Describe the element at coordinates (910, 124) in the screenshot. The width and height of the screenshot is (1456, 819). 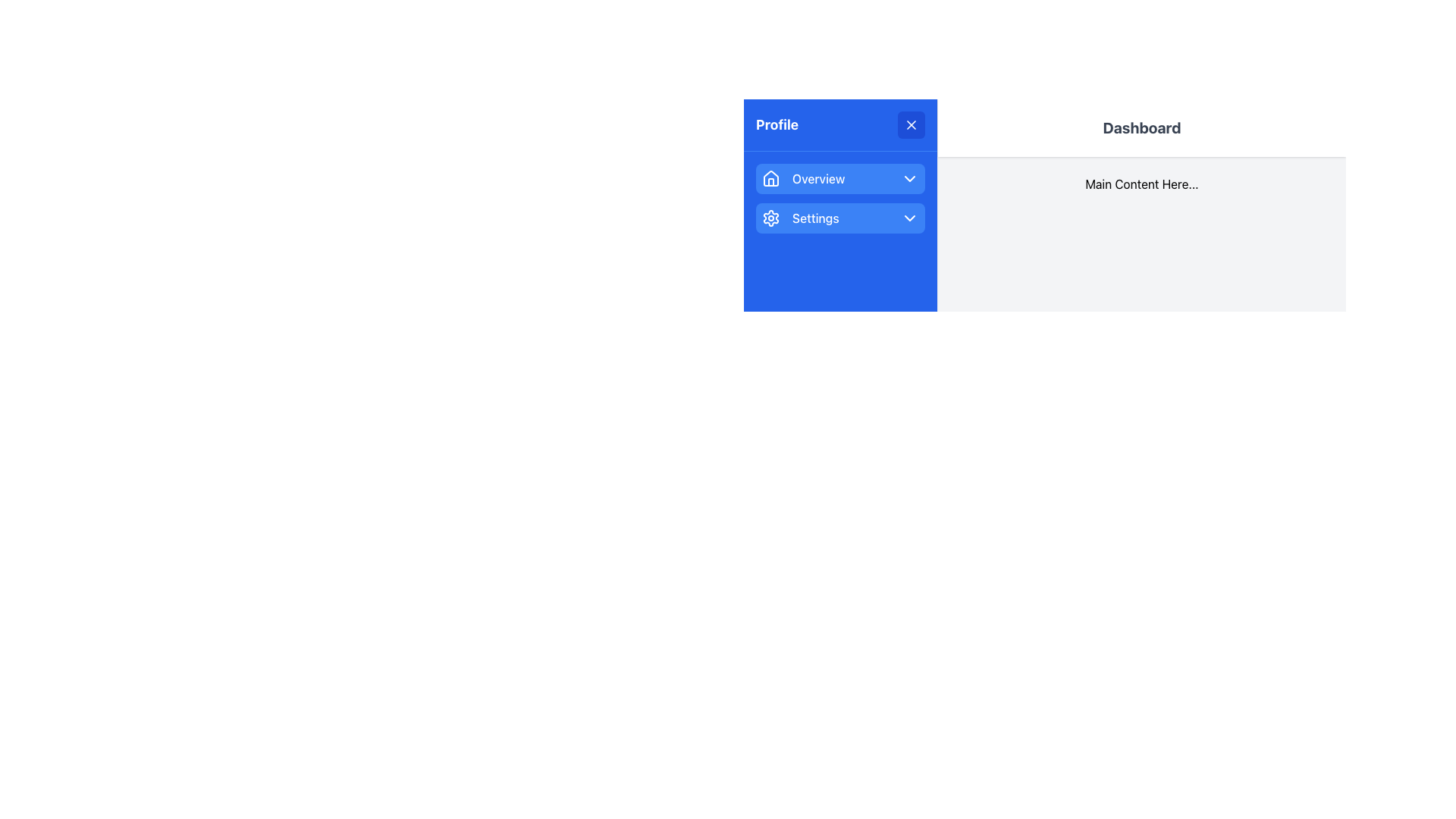
I see `the small circular blue button with a white 'X' symbol located in the top-right corner of the 'Profile' header section to trigger the hover effect` at that location.